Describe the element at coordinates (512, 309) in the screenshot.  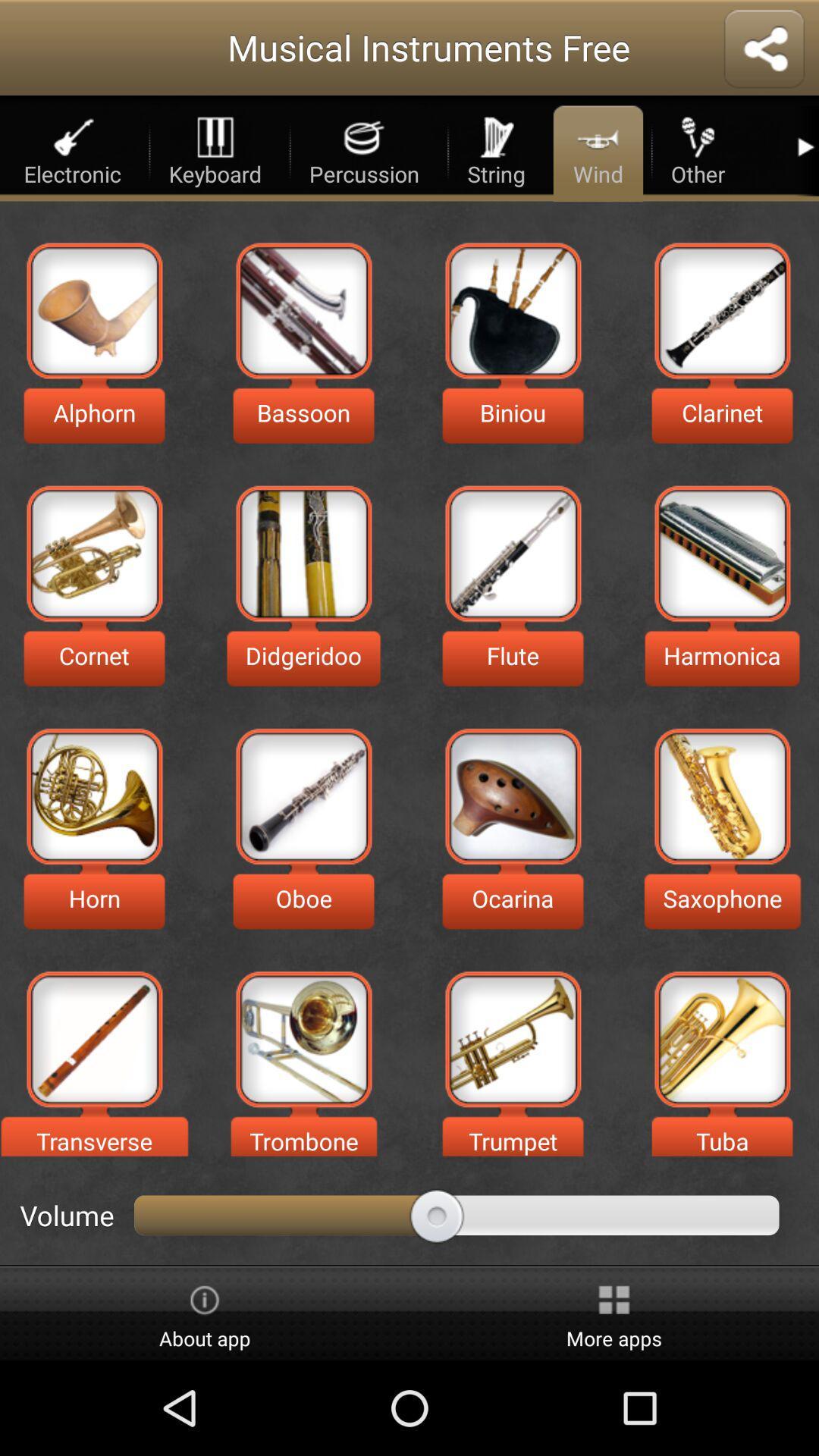
I see `the biniou instrument` at that location.